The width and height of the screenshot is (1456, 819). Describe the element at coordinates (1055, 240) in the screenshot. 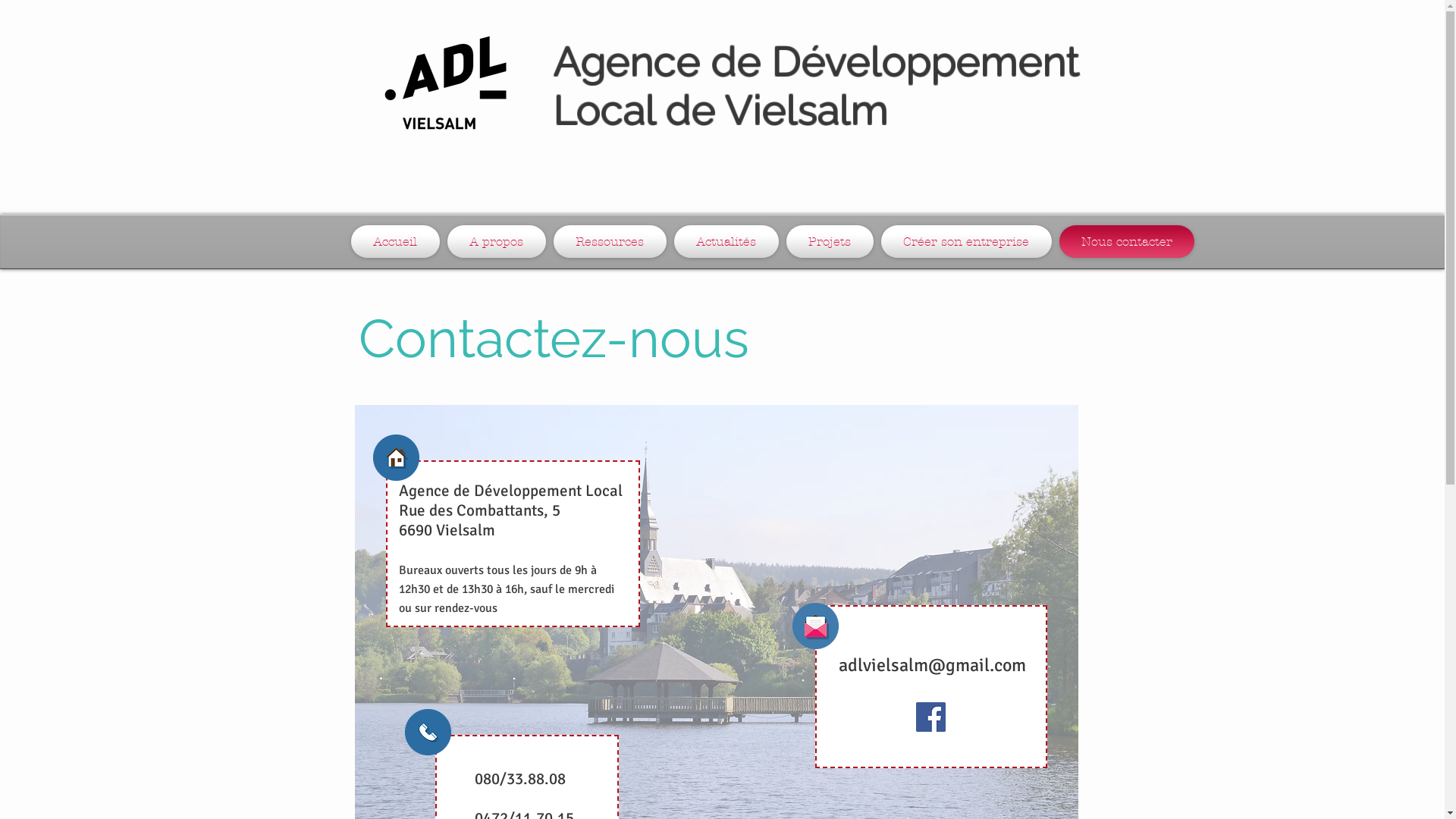

I see `'Nous contacter'` at that location.